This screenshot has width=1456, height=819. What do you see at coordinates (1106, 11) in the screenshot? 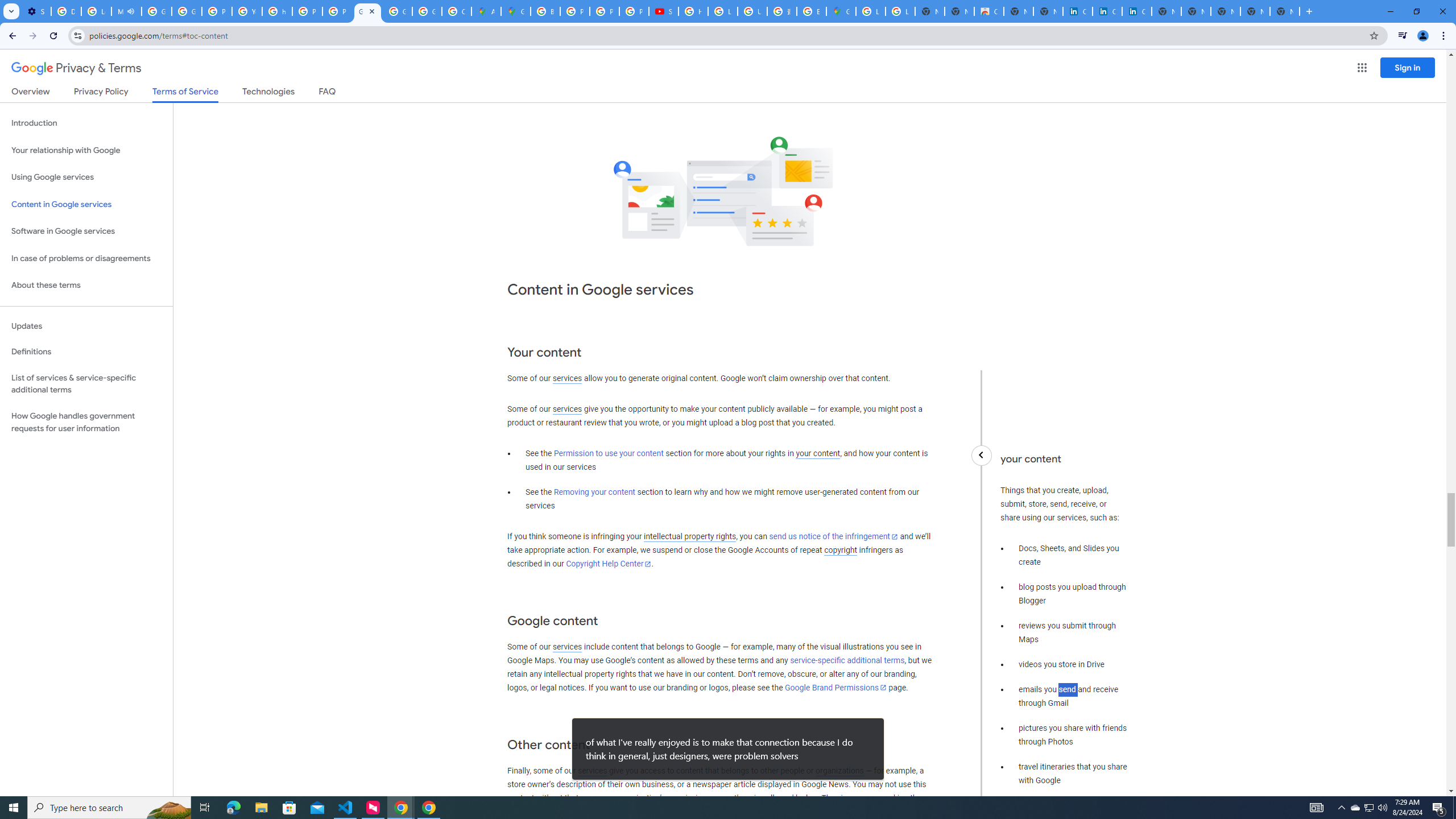
I see `'Cookie Policy | LinkedIn'` at bounding box center [1106, 11].